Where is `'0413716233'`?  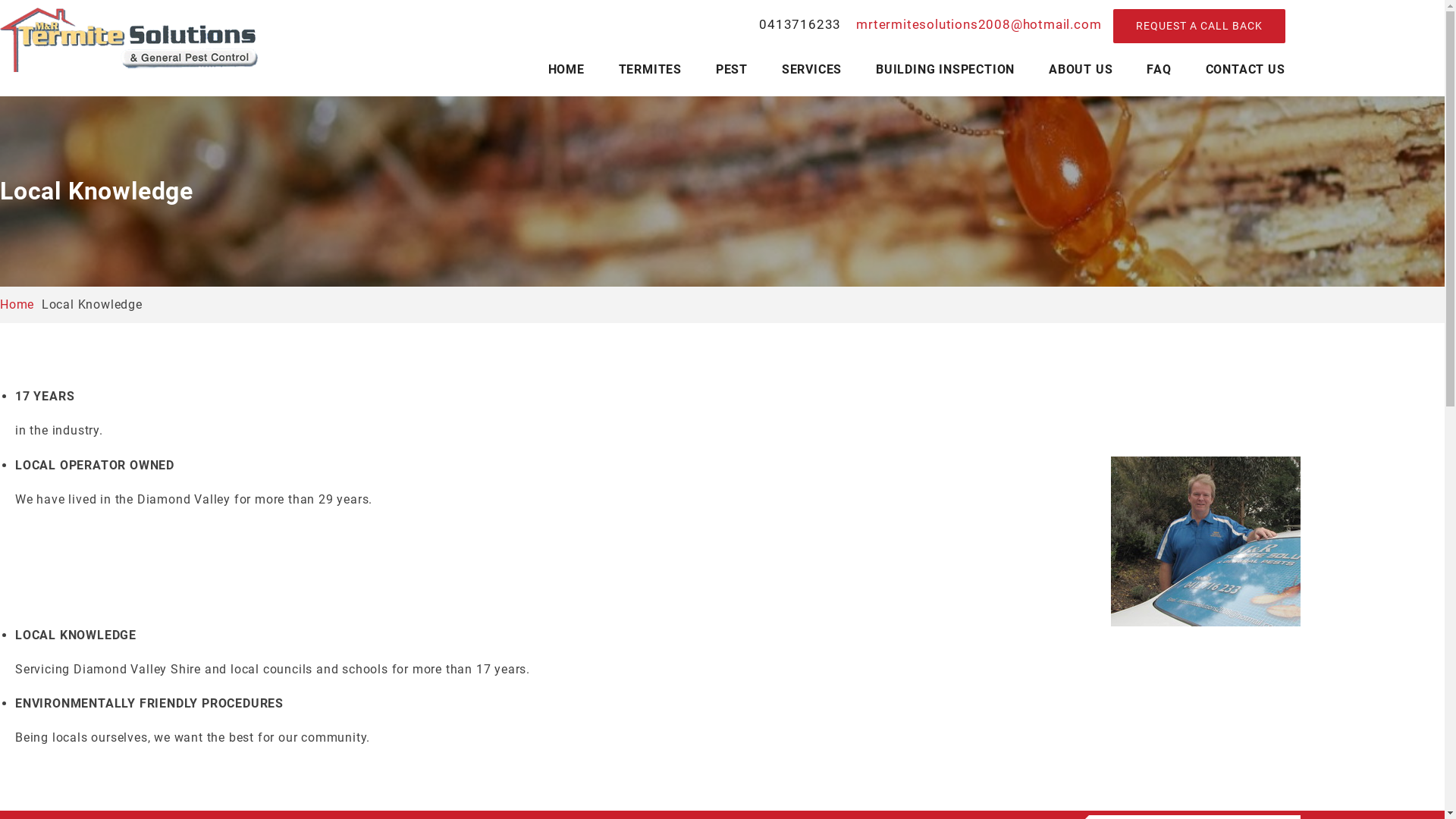
'0413716233' is located at coordinates (799, 25).